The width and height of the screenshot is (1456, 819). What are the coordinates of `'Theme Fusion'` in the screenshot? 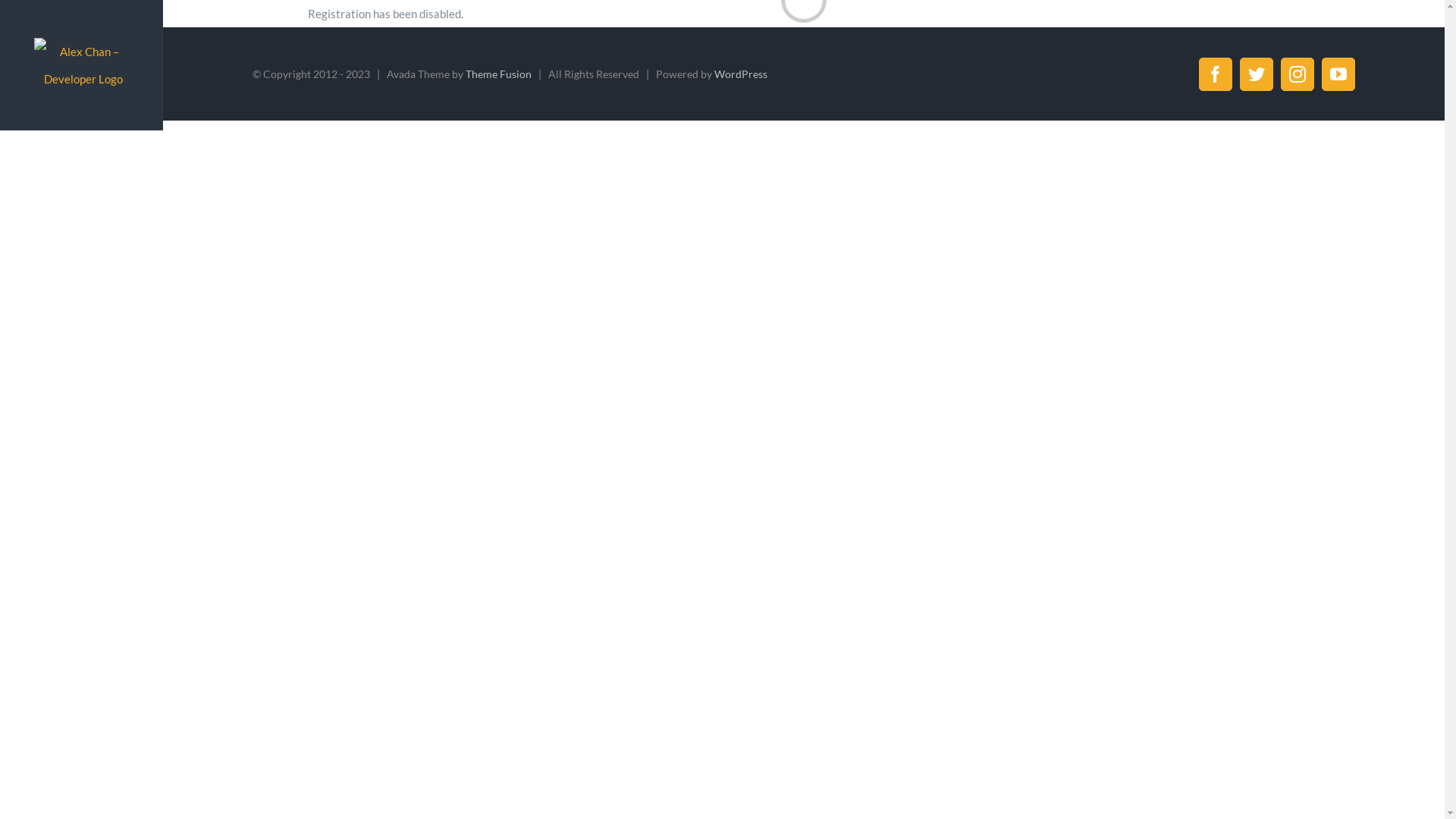 It's located at (498, 74).